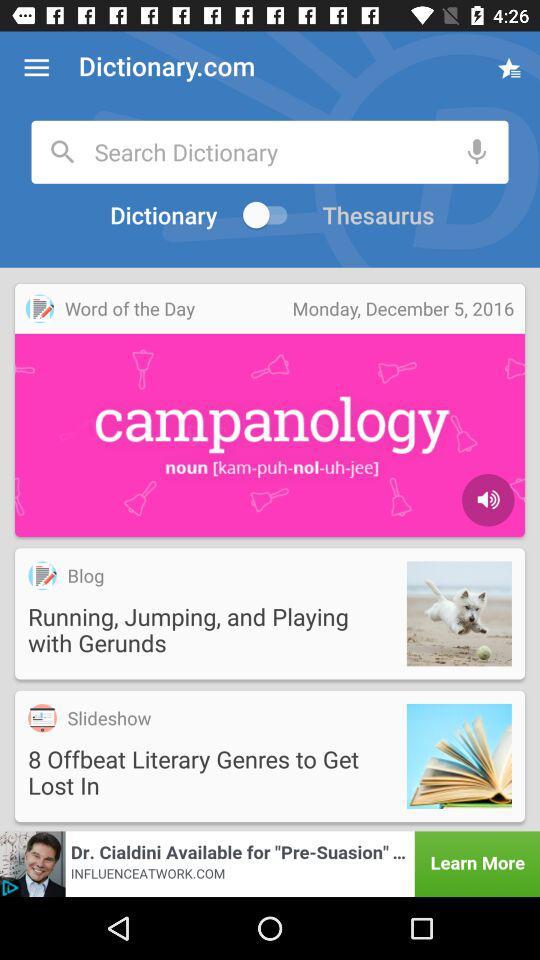  What do you see at coordinates (487, 499) in the screenshot?
I see `the volume icon which is at the right side on the page` at bounding box center [487, 499].